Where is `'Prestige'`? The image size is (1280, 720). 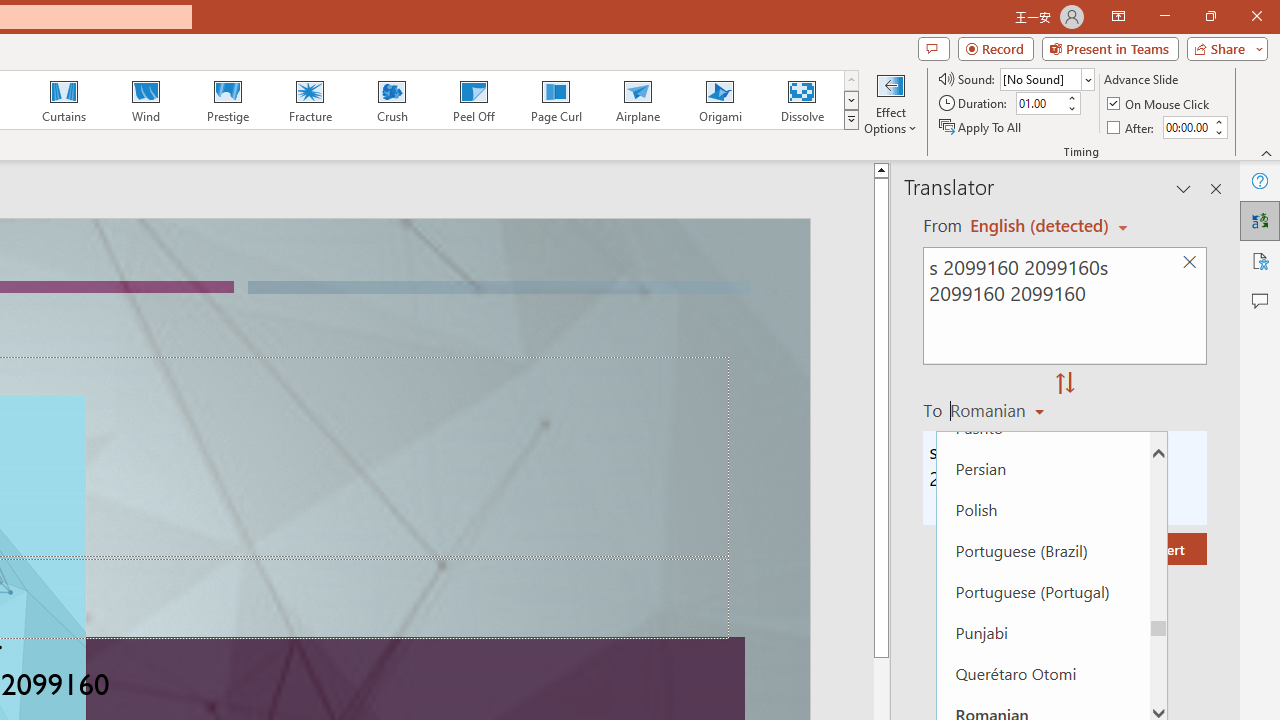 'Prestige' is located at coordinates (227, 100).